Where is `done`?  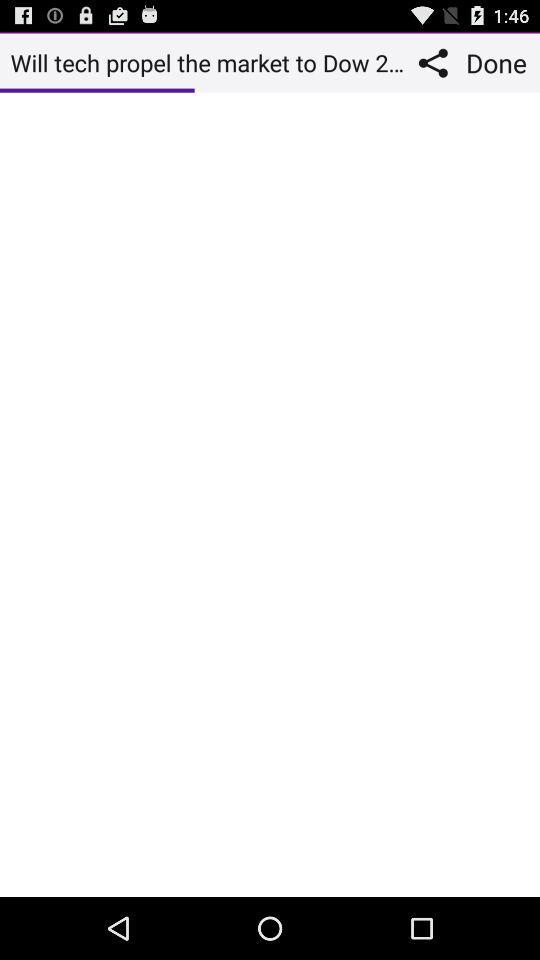
done is located at coordinates (498, 62).